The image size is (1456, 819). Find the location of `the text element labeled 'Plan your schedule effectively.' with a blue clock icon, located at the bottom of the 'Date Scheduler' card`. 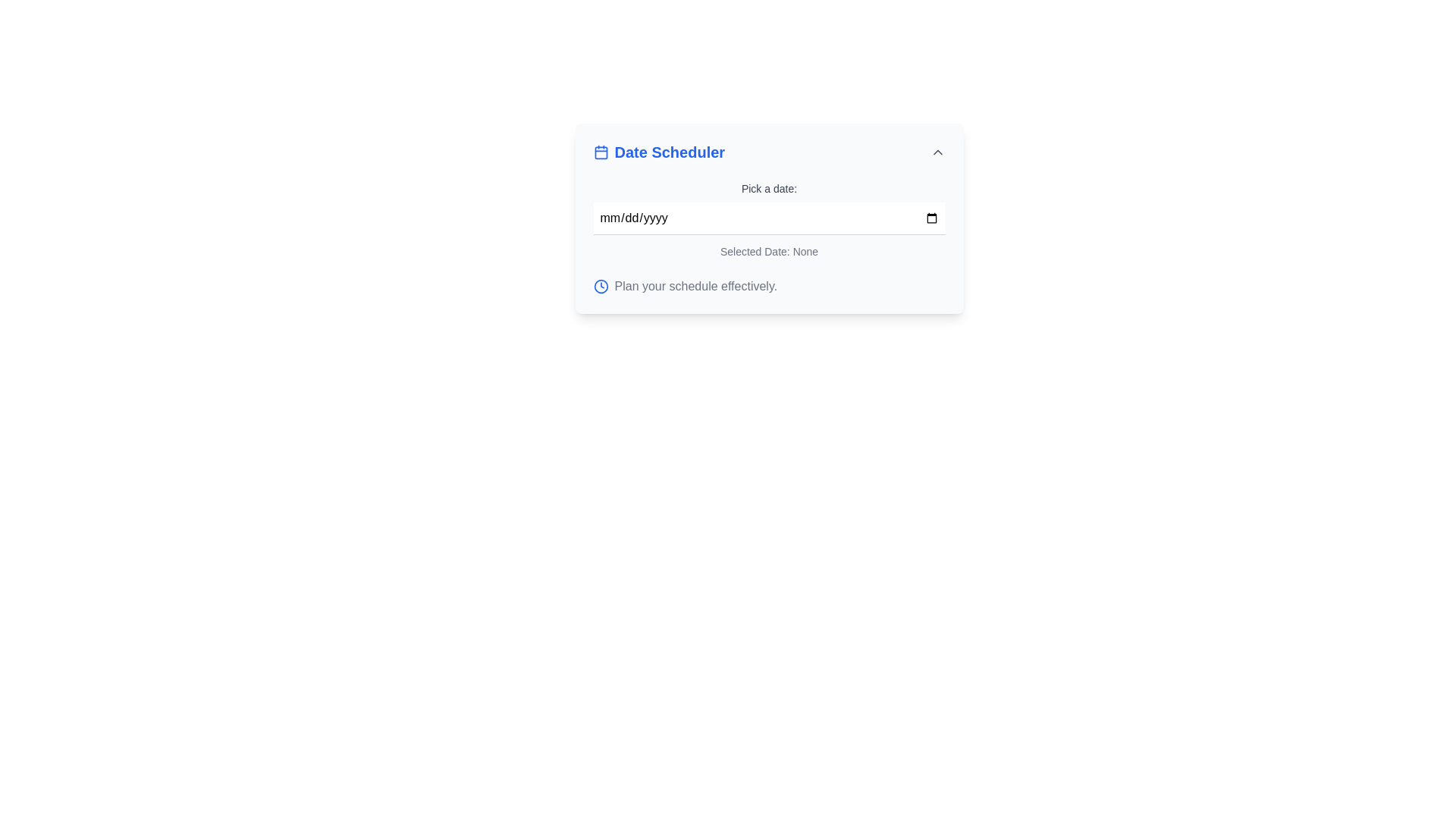

the text element labeled 'Plan your schedule effectively.' with a blue clock icon, located at the bottom of the 'Date Scheduler' card is located at coordinates (769, 287).